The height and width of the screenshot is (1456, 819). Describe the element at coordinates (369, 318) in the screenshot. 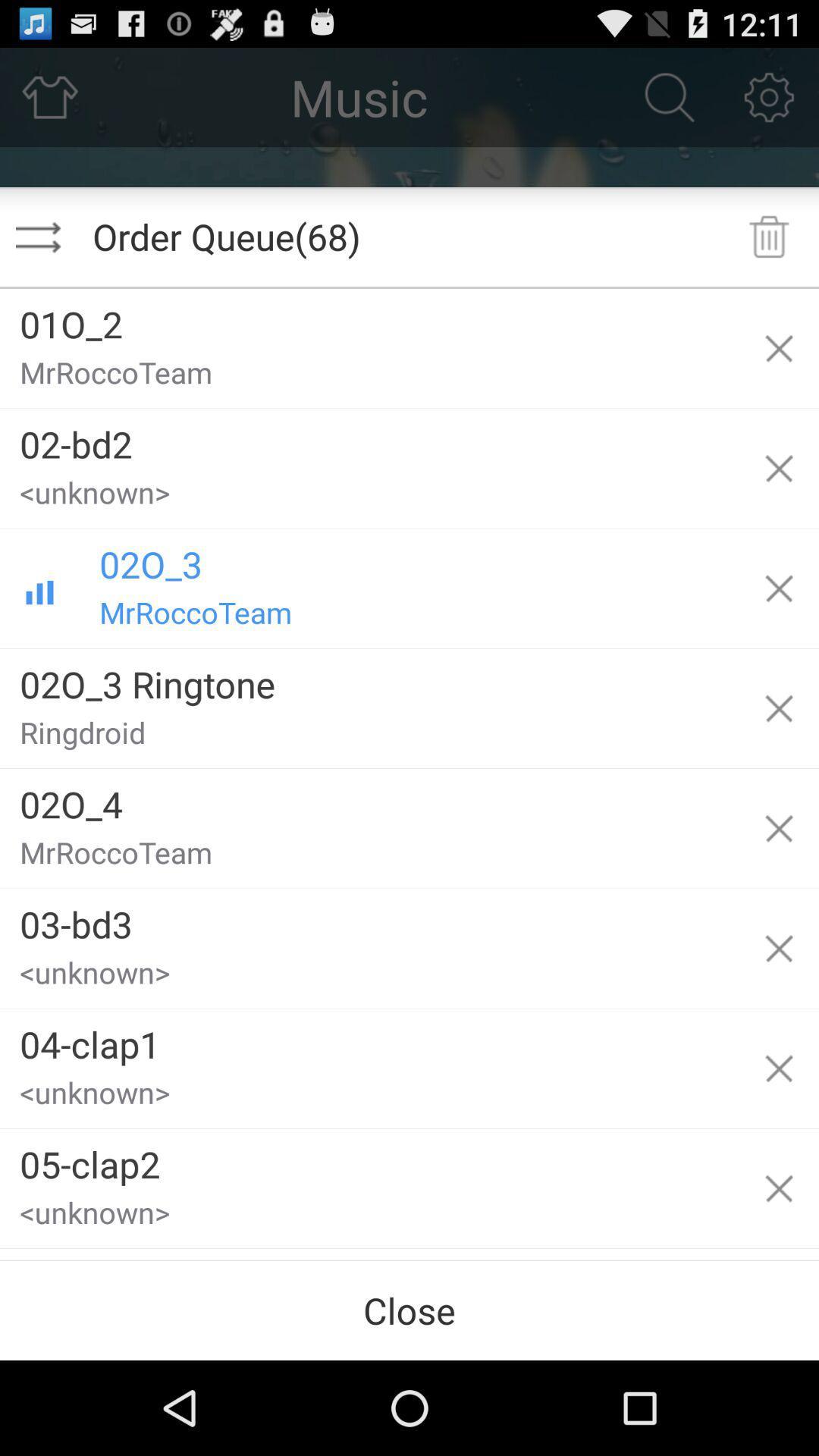

I see `the 01o_2 item` at that location.